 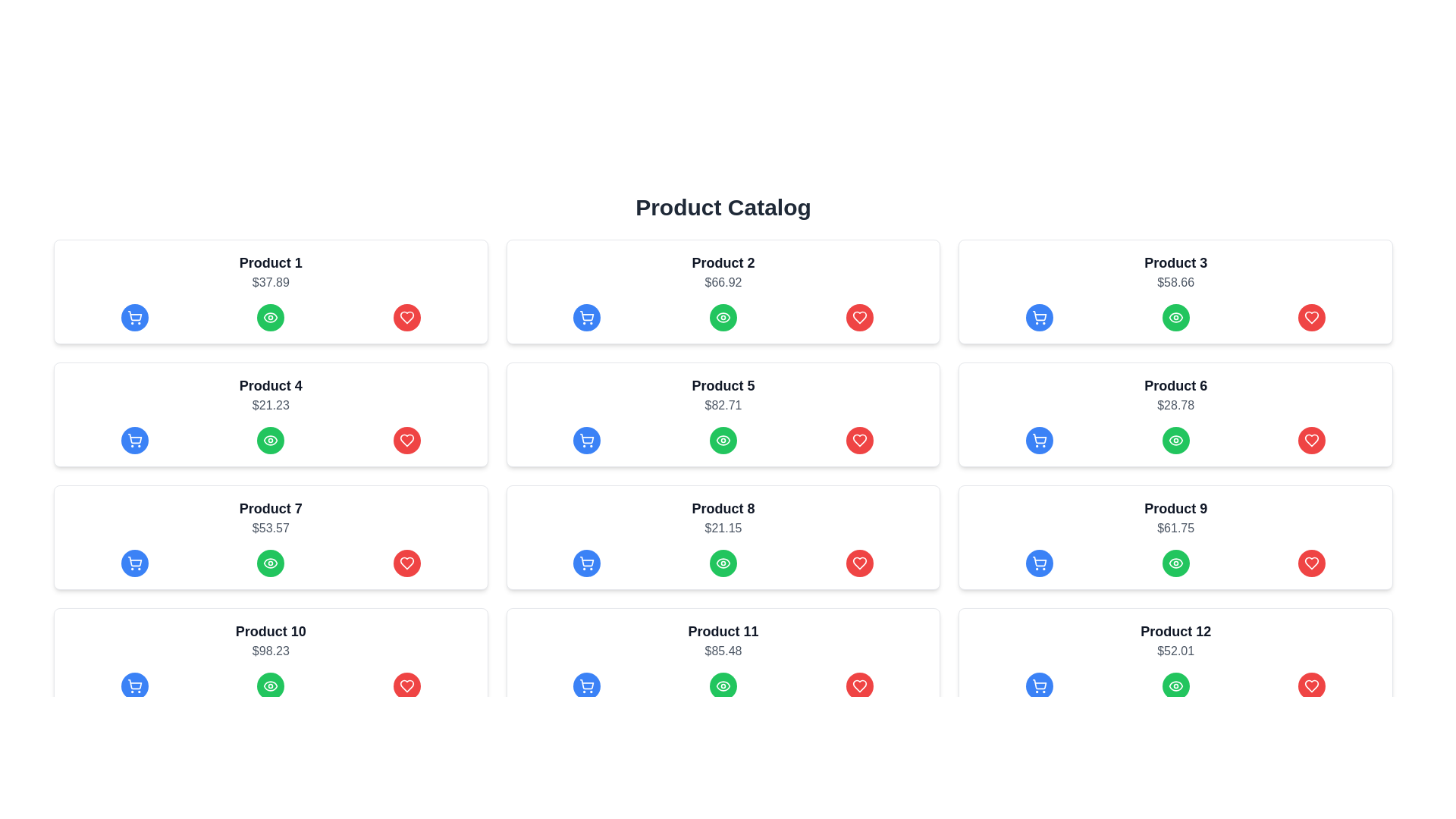 What do you see at coordinates (1175, 528) in the screenshot?
I see `the static text label displaying the price "$61.75" for "Product 9" located at the bottom-right corner of the product card` at bounding box center [1175, 528].